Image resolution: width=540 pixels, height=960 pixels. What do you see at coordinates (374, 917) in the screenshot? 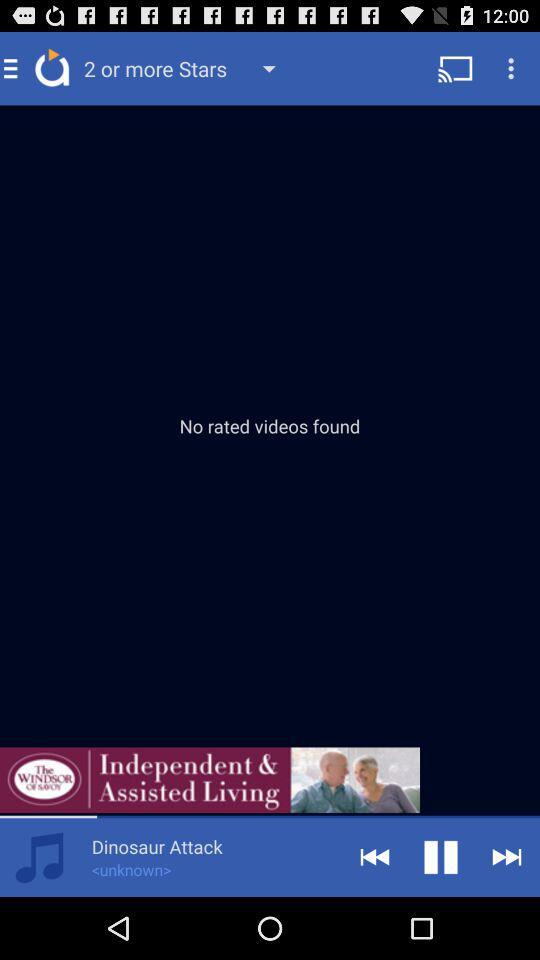
I see `the av_rewind icon` at bounding box center [374, 917].